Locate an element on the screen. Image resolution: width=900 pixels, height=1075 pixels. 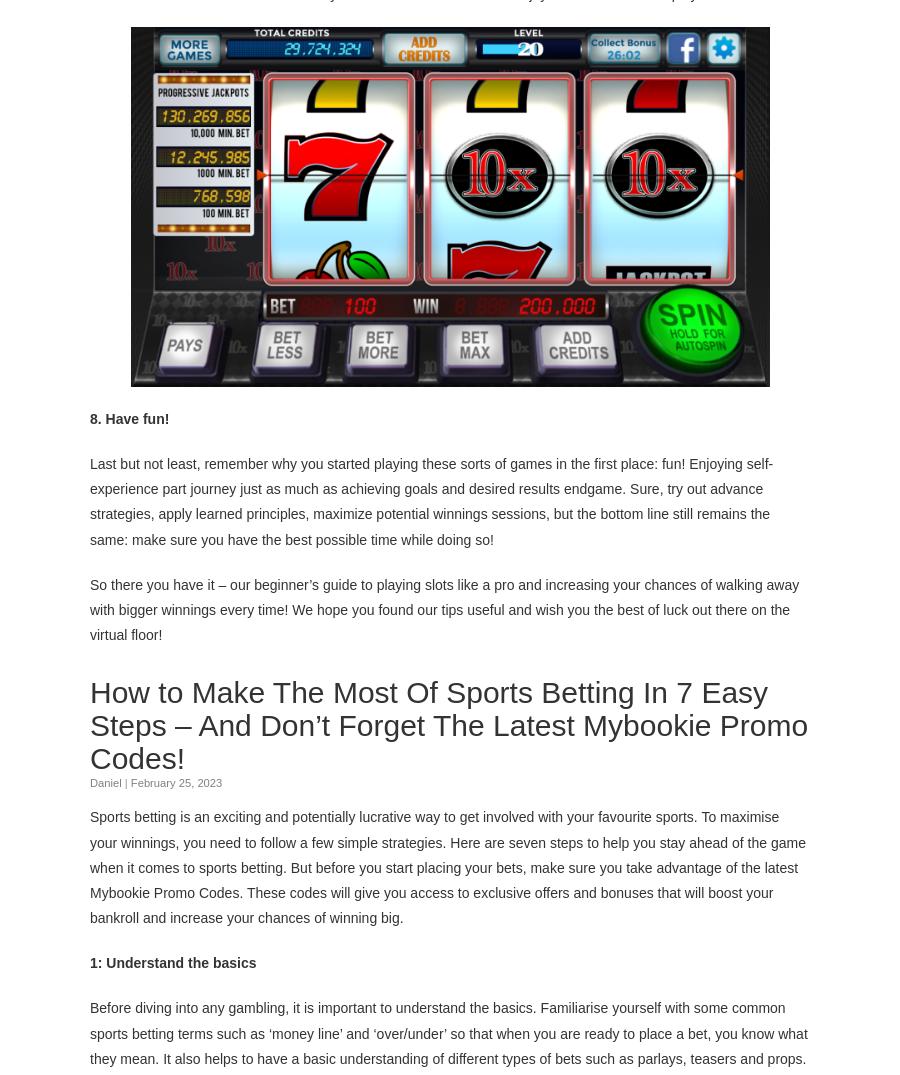
'. These codes will give you access to exclusive offers and bonuses that will boost your bankroll and increase your chances of winning big.' is located at coordinates (431, 904).